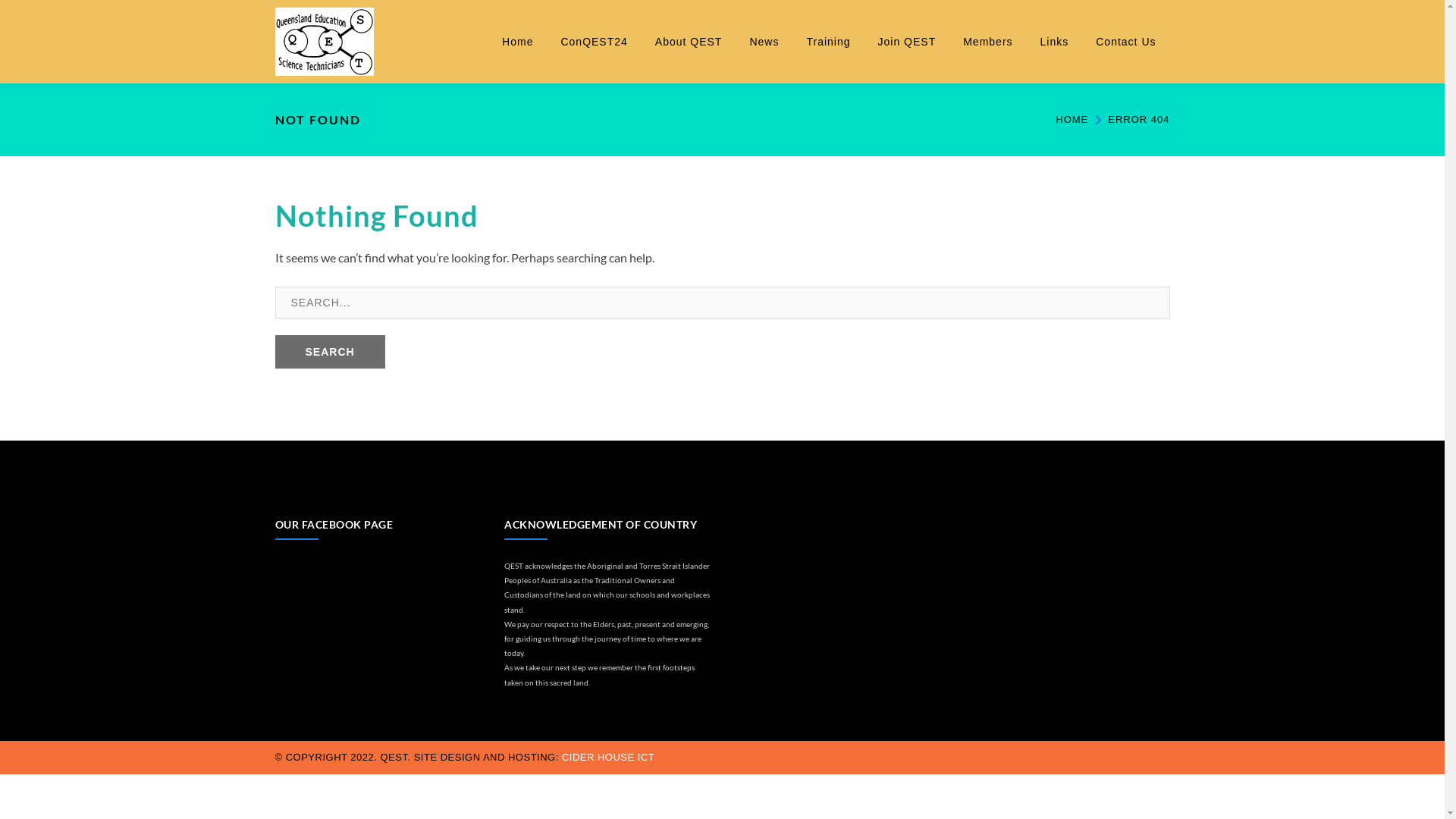 This screenshot has height=819, width=1456. Describe the element at coordinates (764, 40) in the screenshot. I see `'News'` at that location.